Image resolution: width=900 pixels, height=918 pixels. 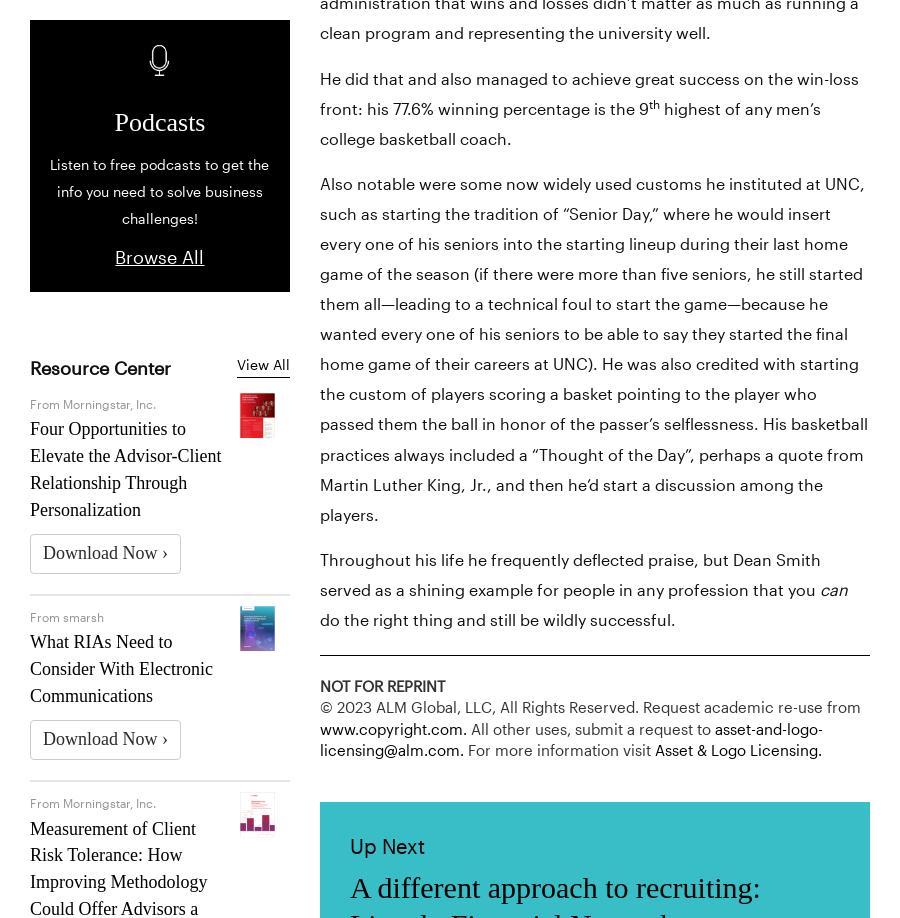 I want to click on 'Asset & Logo Licensing.', so click(x=736, y=750).